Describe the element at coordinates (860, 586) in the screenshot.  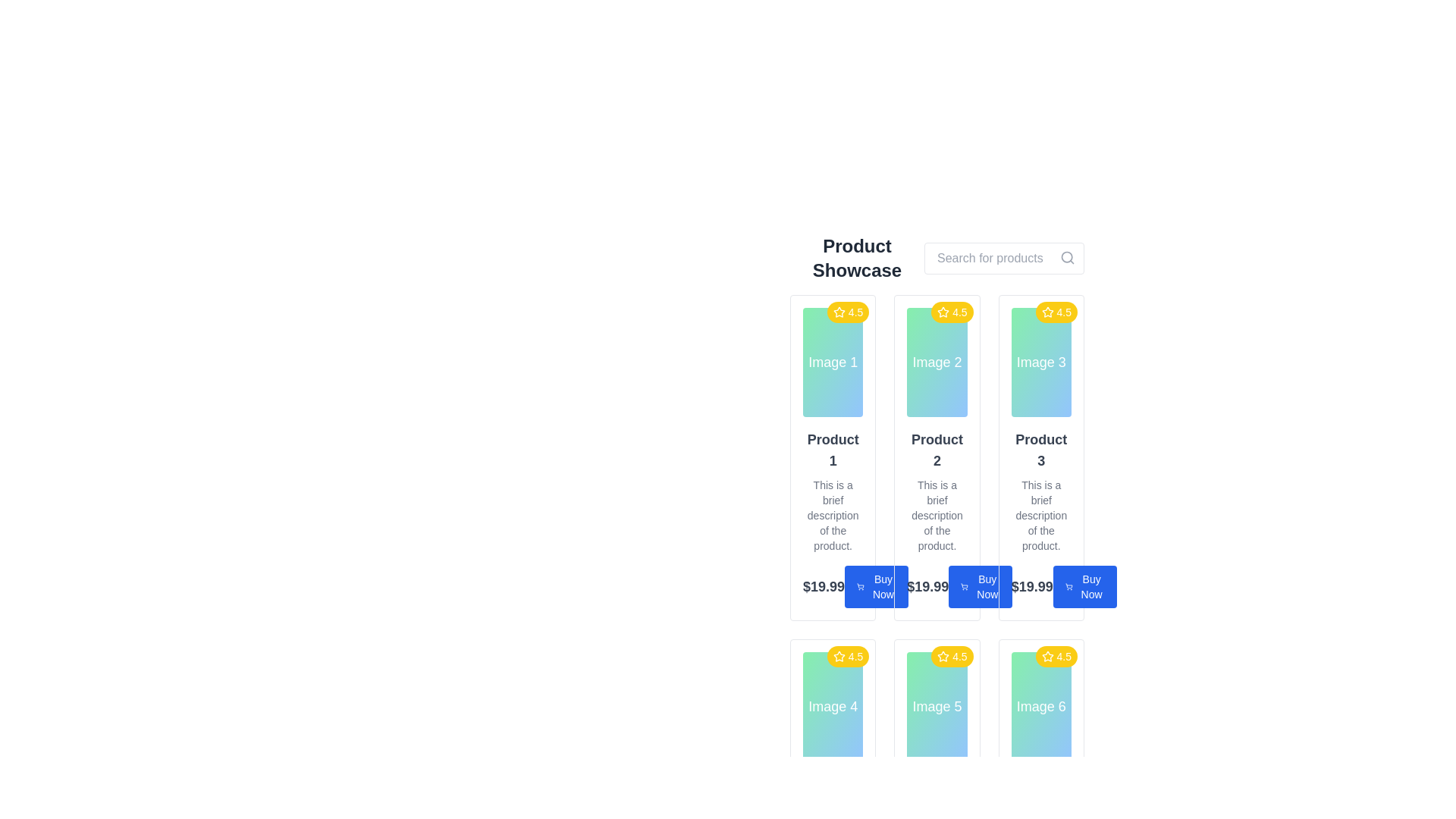
I see `the shopping cart SVG icon located within the blue 'Buy Now' button, which is positioned below the product card's price section` at that location.